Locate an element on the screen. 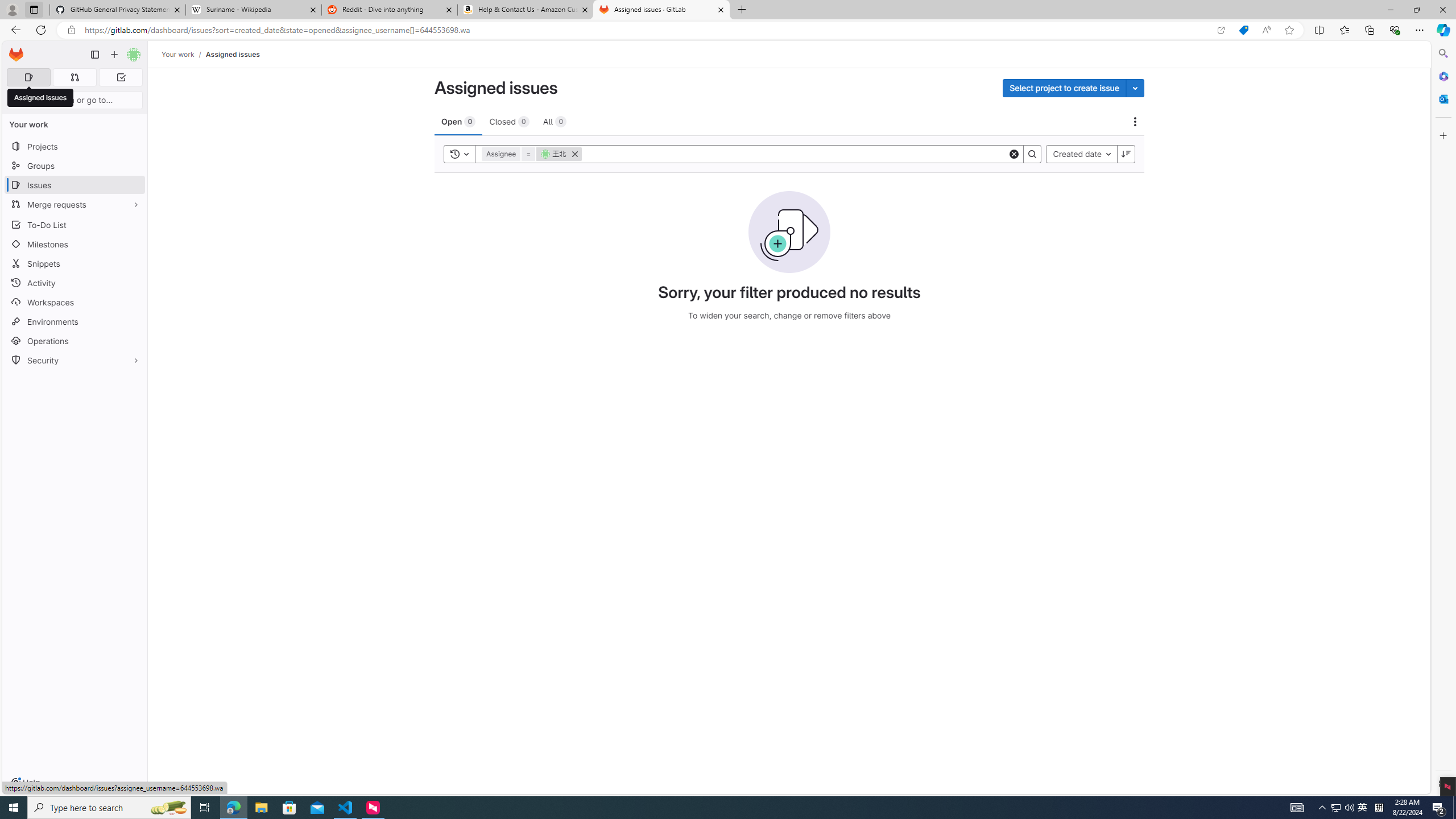  'Issues' is located at coordinates (74, 185).